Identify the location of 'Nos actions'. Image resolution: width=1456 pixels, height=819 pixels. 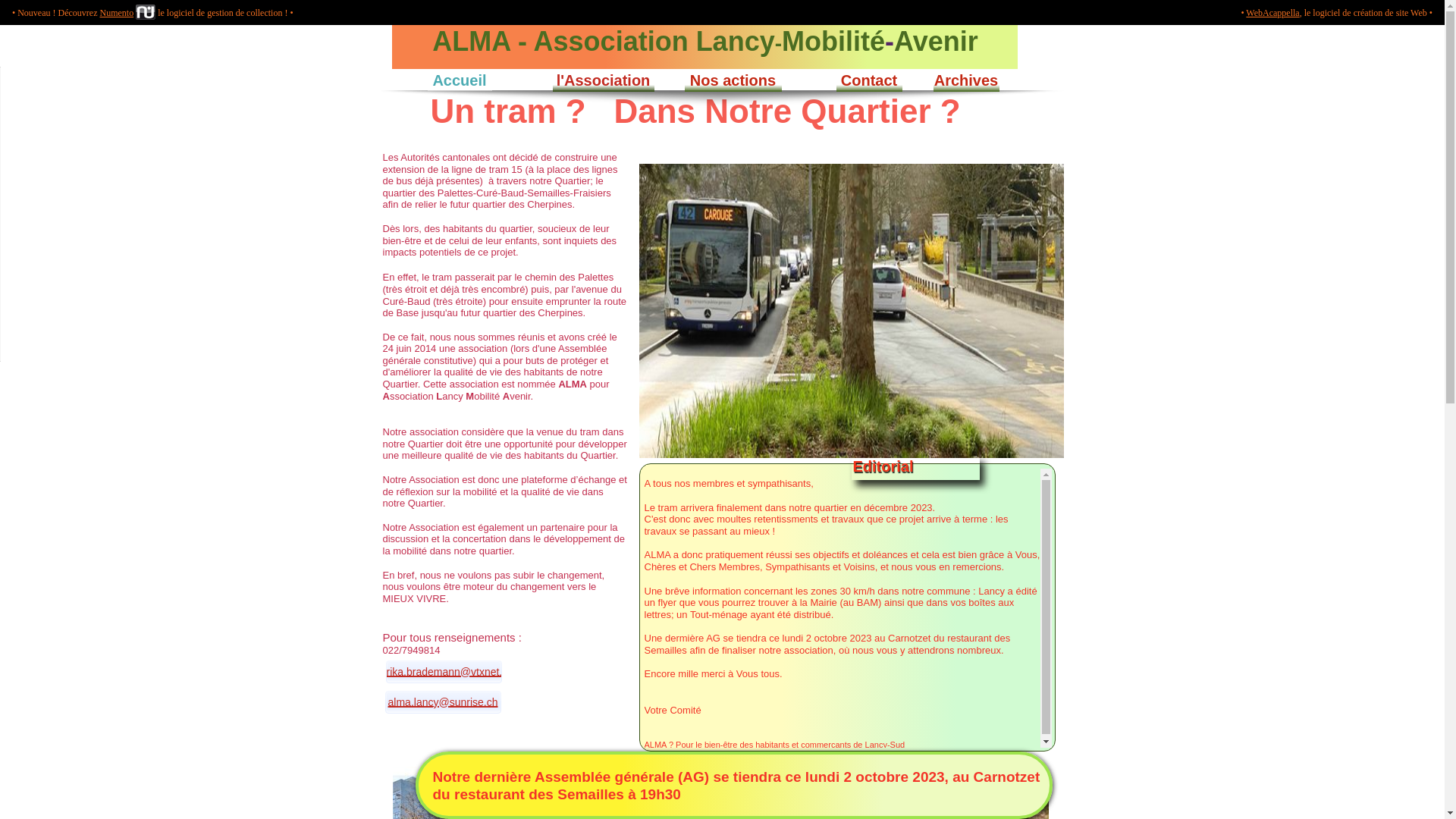
(689, 79).